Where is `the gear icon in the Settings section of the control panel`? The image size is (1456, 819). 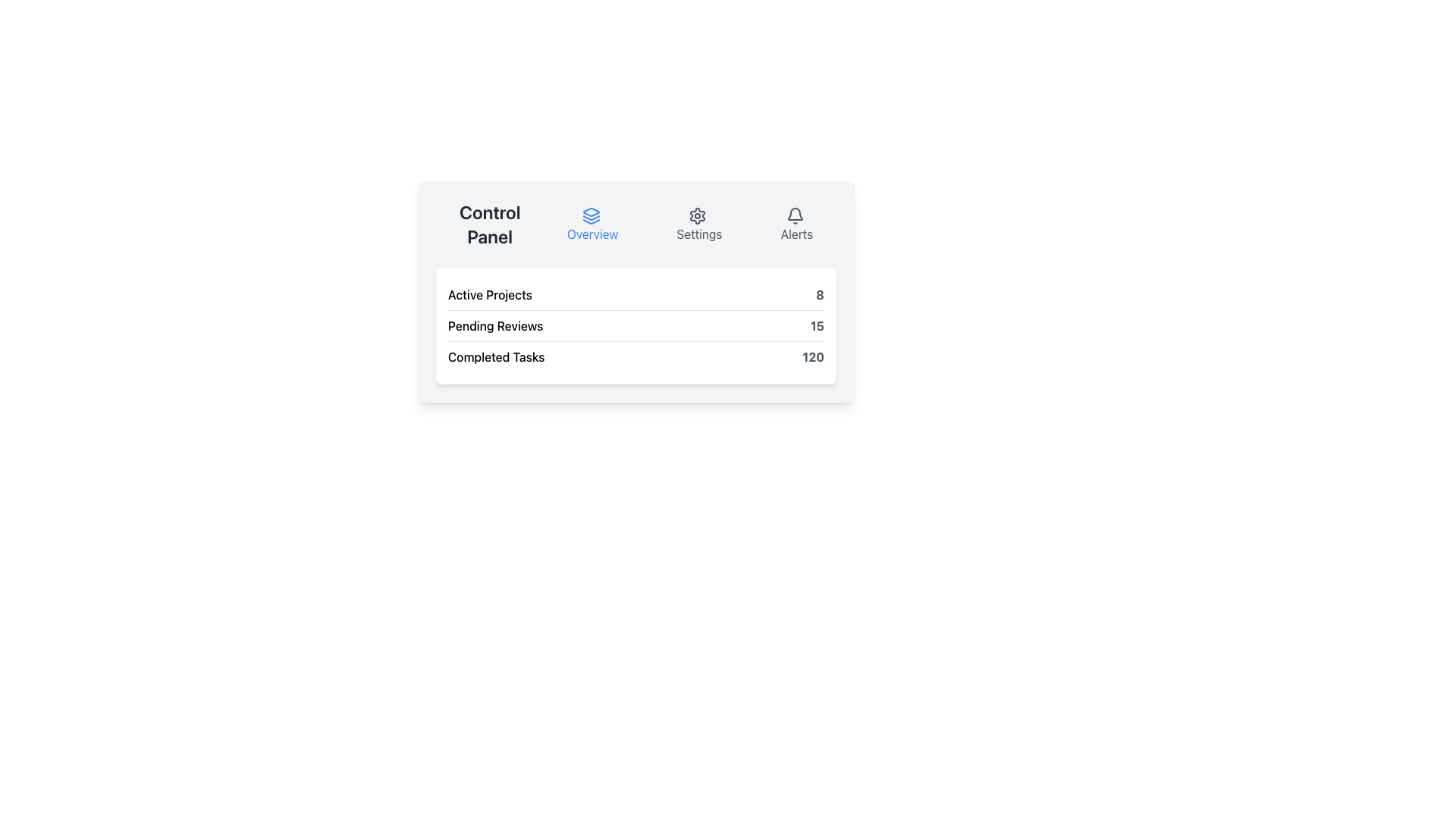
the gear icon in the Settings section of the control panel is located at coordinates (697, 215).